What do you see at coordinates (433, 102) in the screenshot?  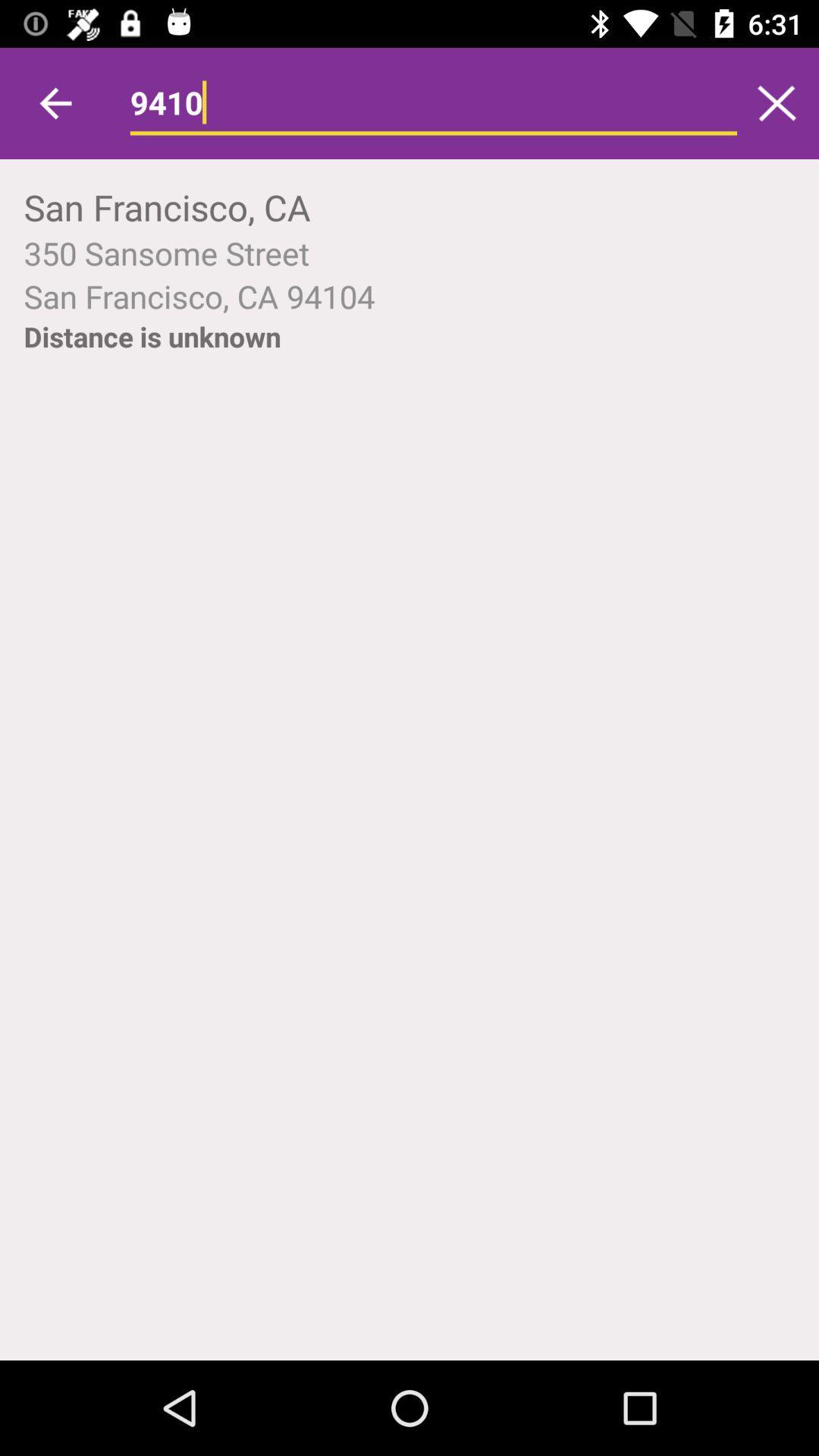 I see `9410` at bounding box center [433, 102].